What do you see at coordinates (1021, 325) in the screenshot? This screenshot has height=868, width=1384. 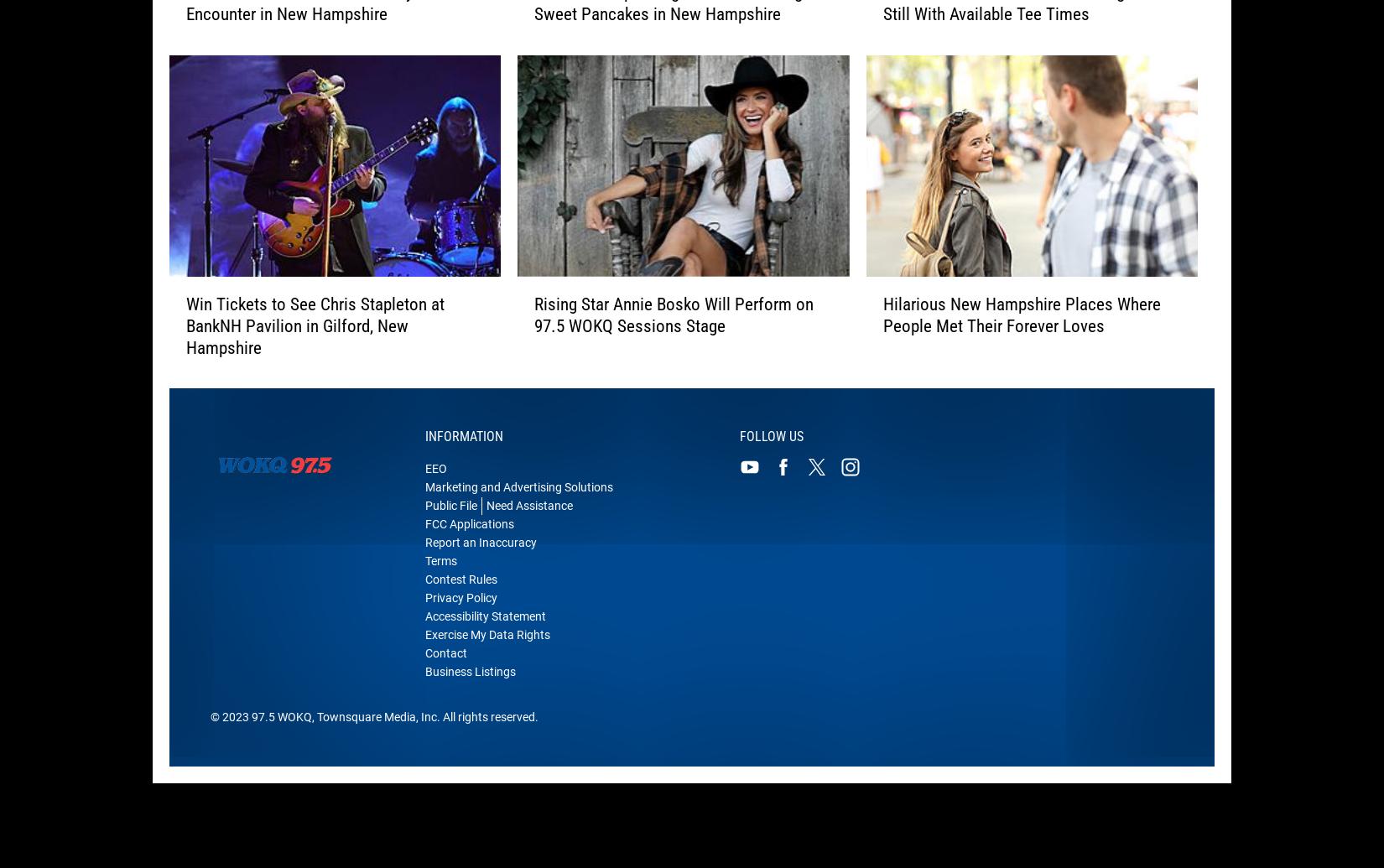 I see `'Hilarious New Hampshire Places Where People Met Their Forever Loves'` at bounding box center [1021, 325].